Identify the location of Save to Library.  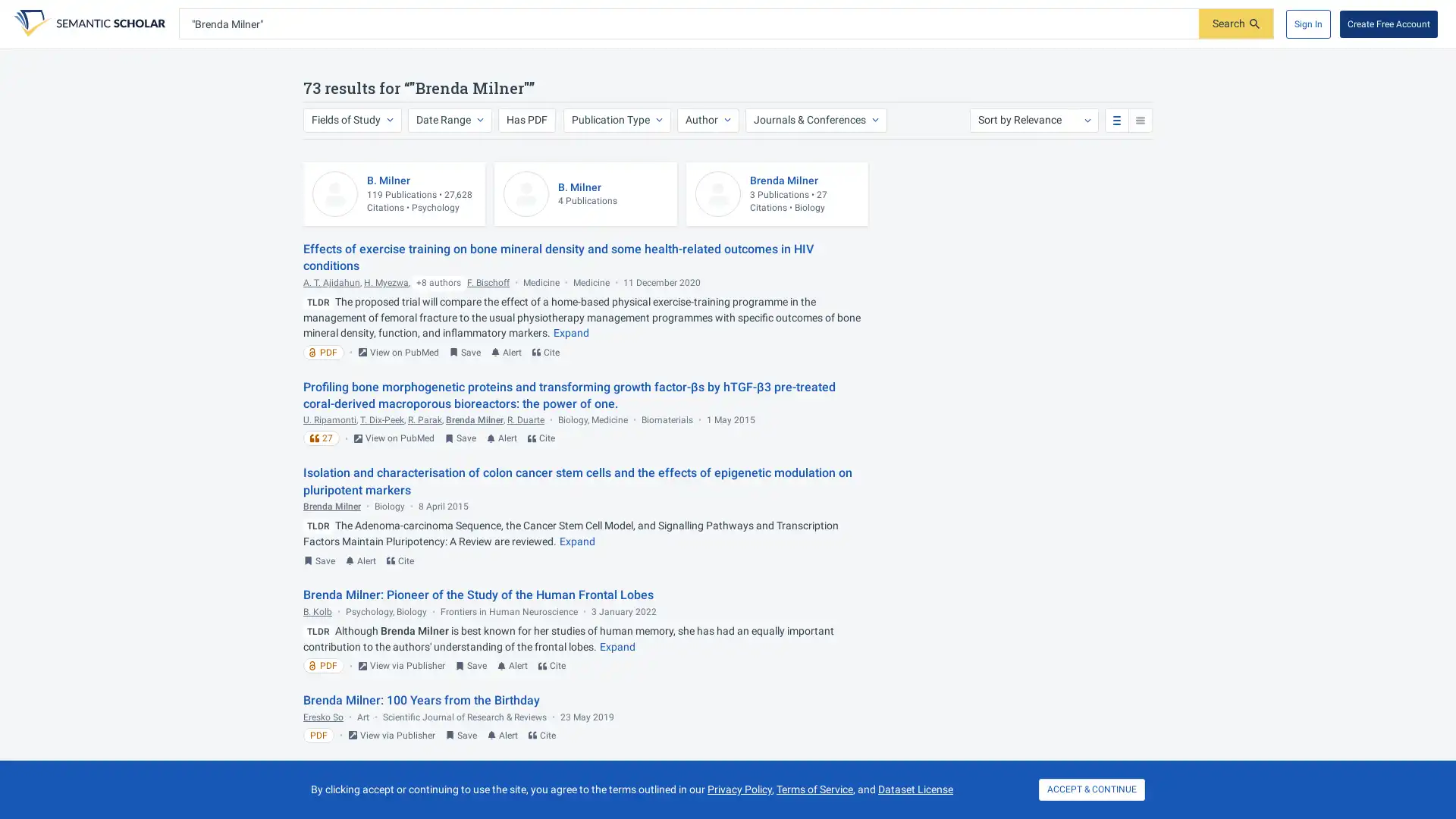
(464, 352).